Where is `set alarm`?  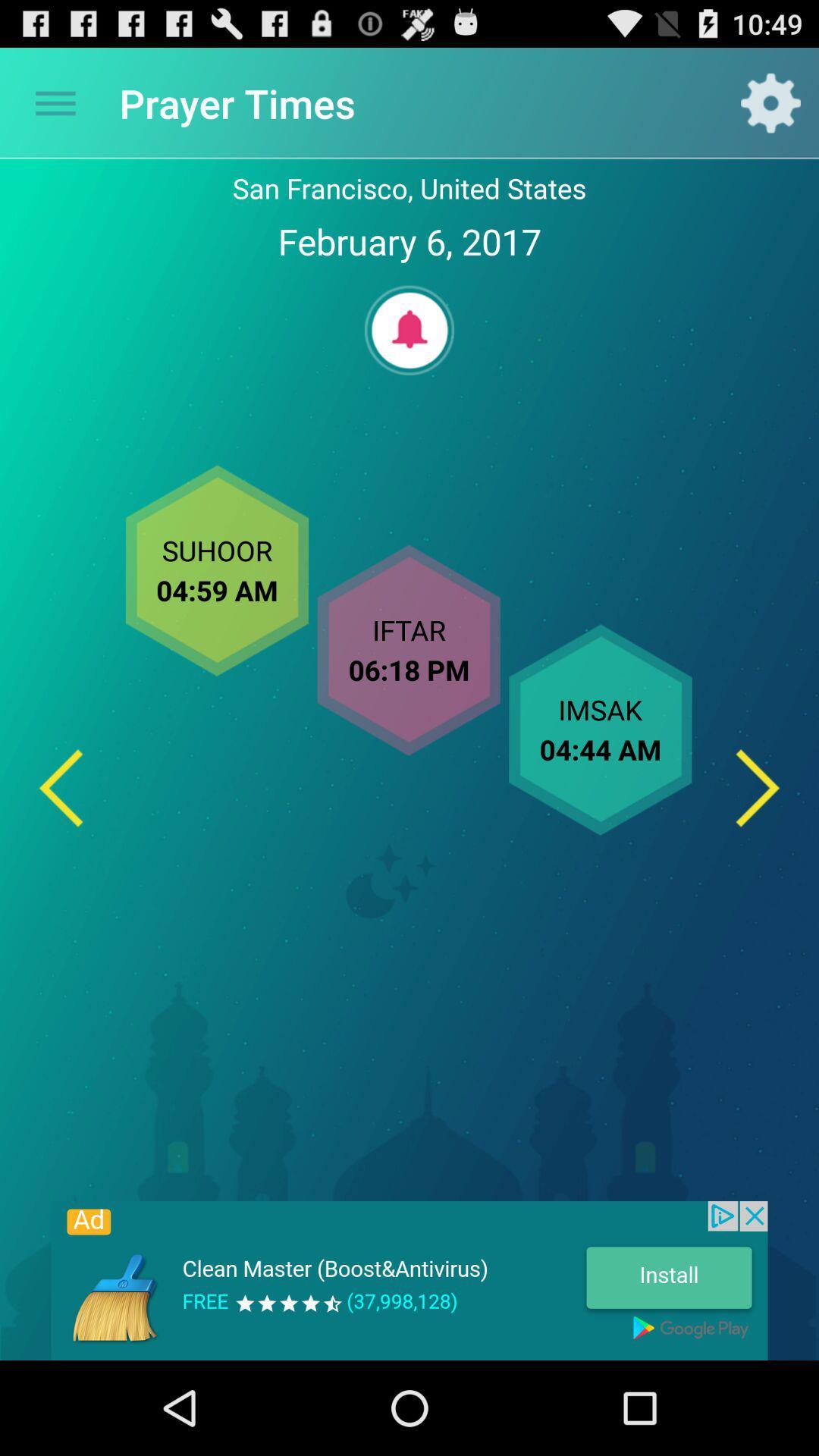
set alarm is located at coordinates (409, 329).